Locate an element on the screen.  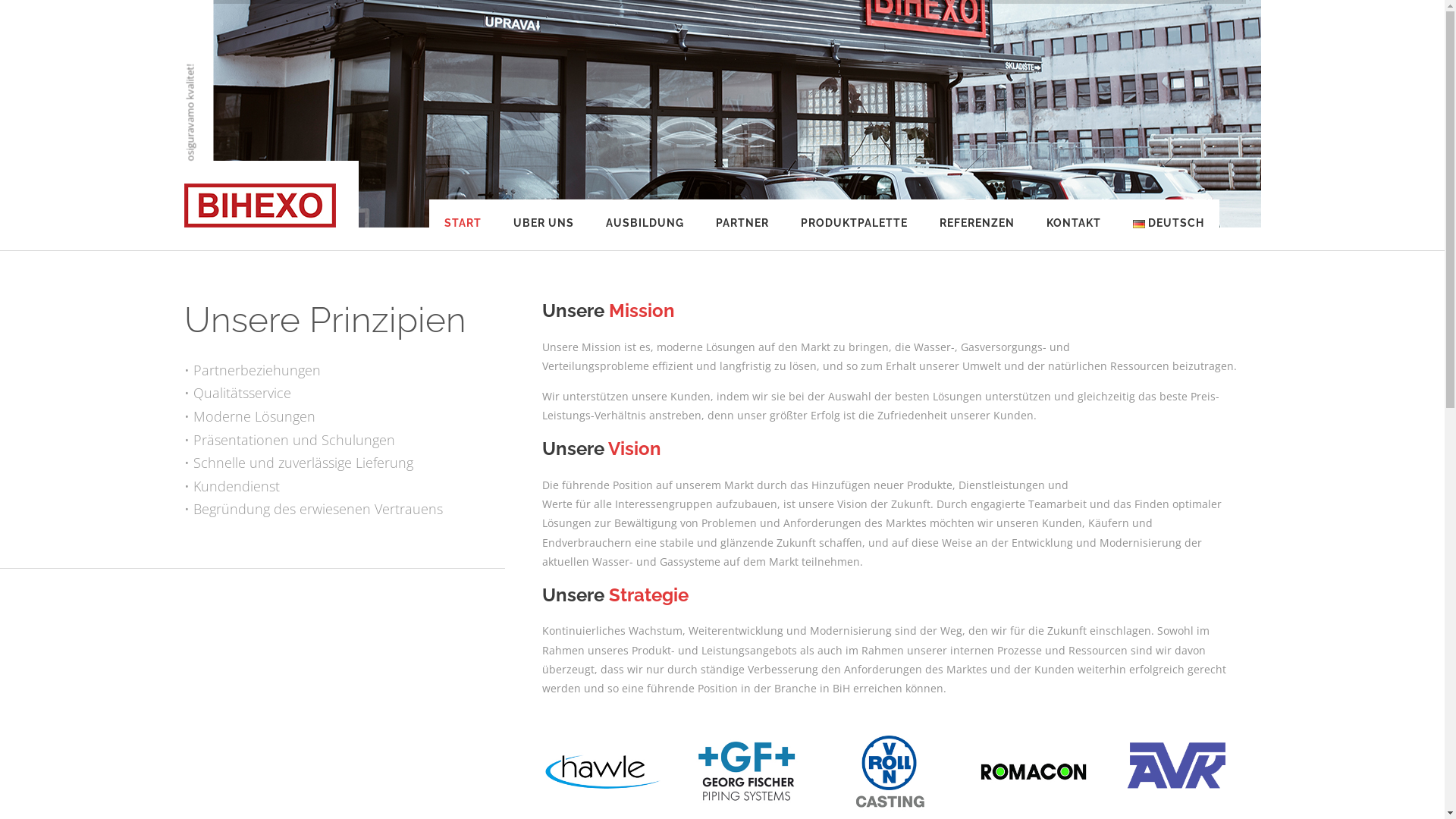
'DEUTSCH' is located at coordinates (1167, 234).